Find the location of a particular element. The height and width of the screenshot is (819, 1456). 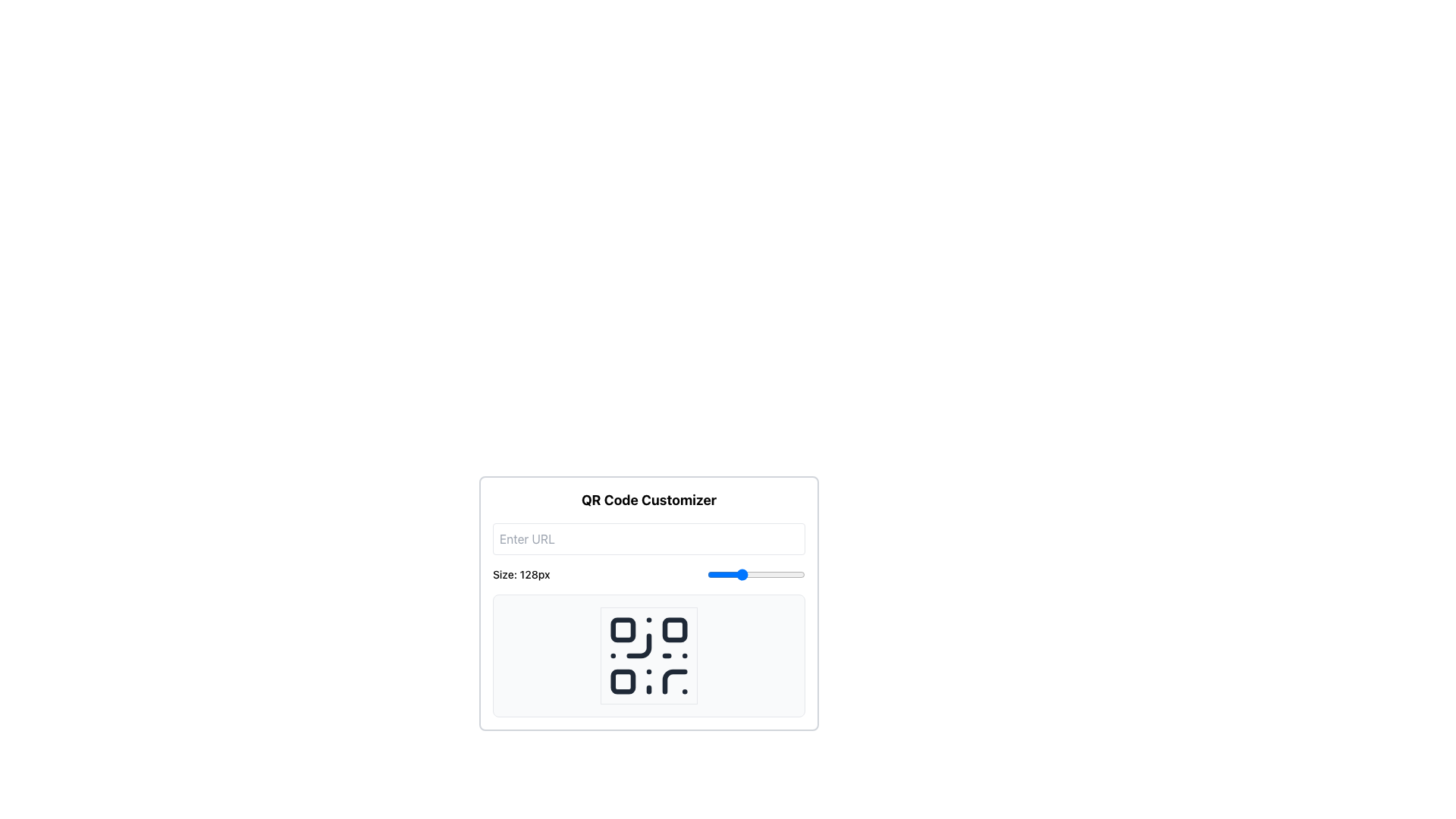

the text label indicating the QR code size, which displays 'Size: 128px', located in the row above the QR code graphic is located at coordinates (521, 575).